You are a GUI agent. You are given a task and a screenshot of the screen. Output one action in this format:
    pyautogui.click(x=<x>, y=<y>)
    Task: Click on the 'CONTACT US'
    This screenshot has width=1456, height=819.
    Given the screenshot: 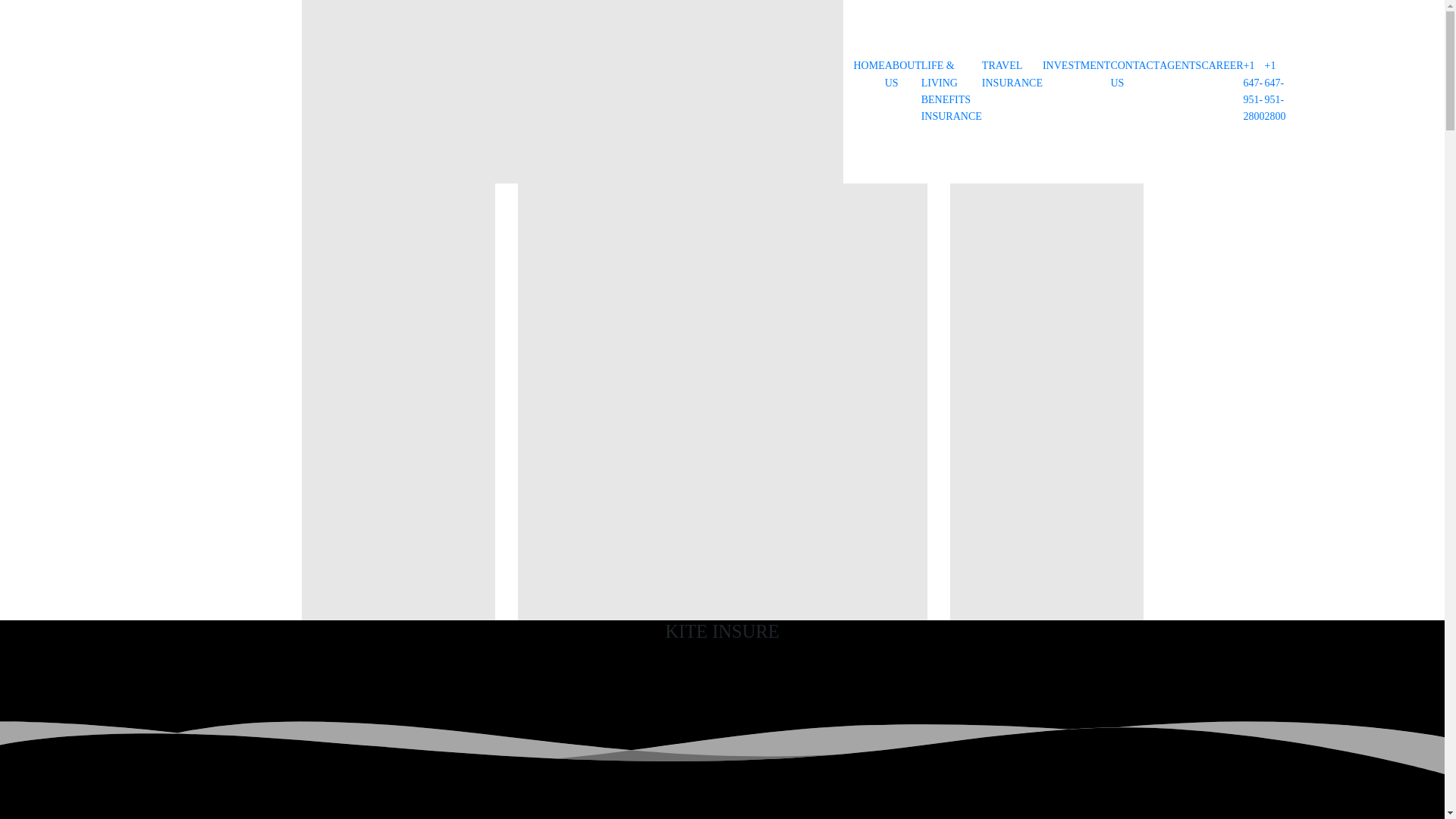 What is the action you would take?
    pyautogui.click(x=1134, y=74)
    